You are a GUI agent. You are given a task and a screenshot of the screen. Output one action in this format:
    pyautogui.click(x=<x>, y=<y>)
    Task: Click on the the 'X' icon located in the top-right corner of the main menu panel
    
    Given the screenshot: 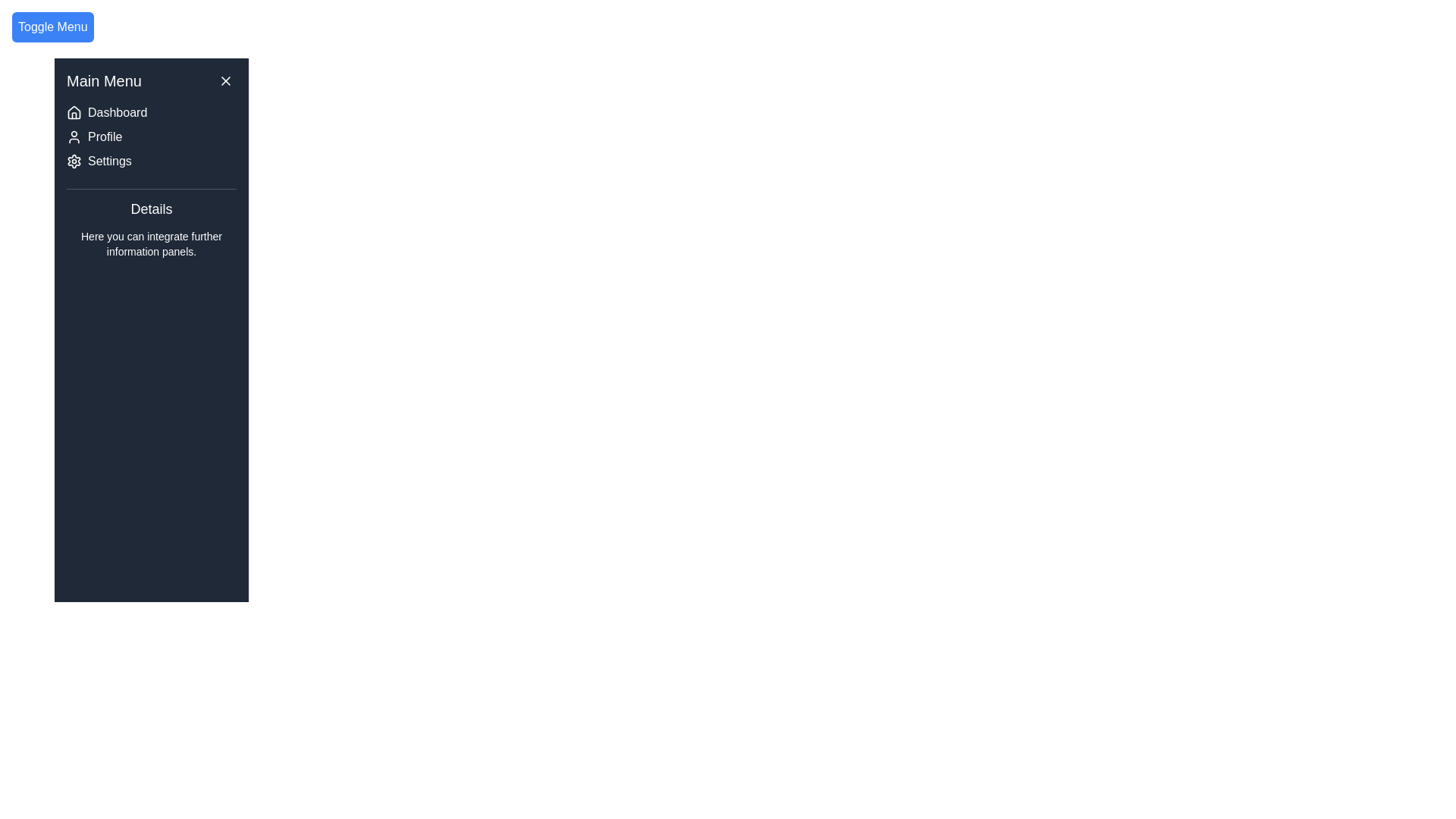 What is the action you would take?
    pyautogui.click(x=224, y=81)
    